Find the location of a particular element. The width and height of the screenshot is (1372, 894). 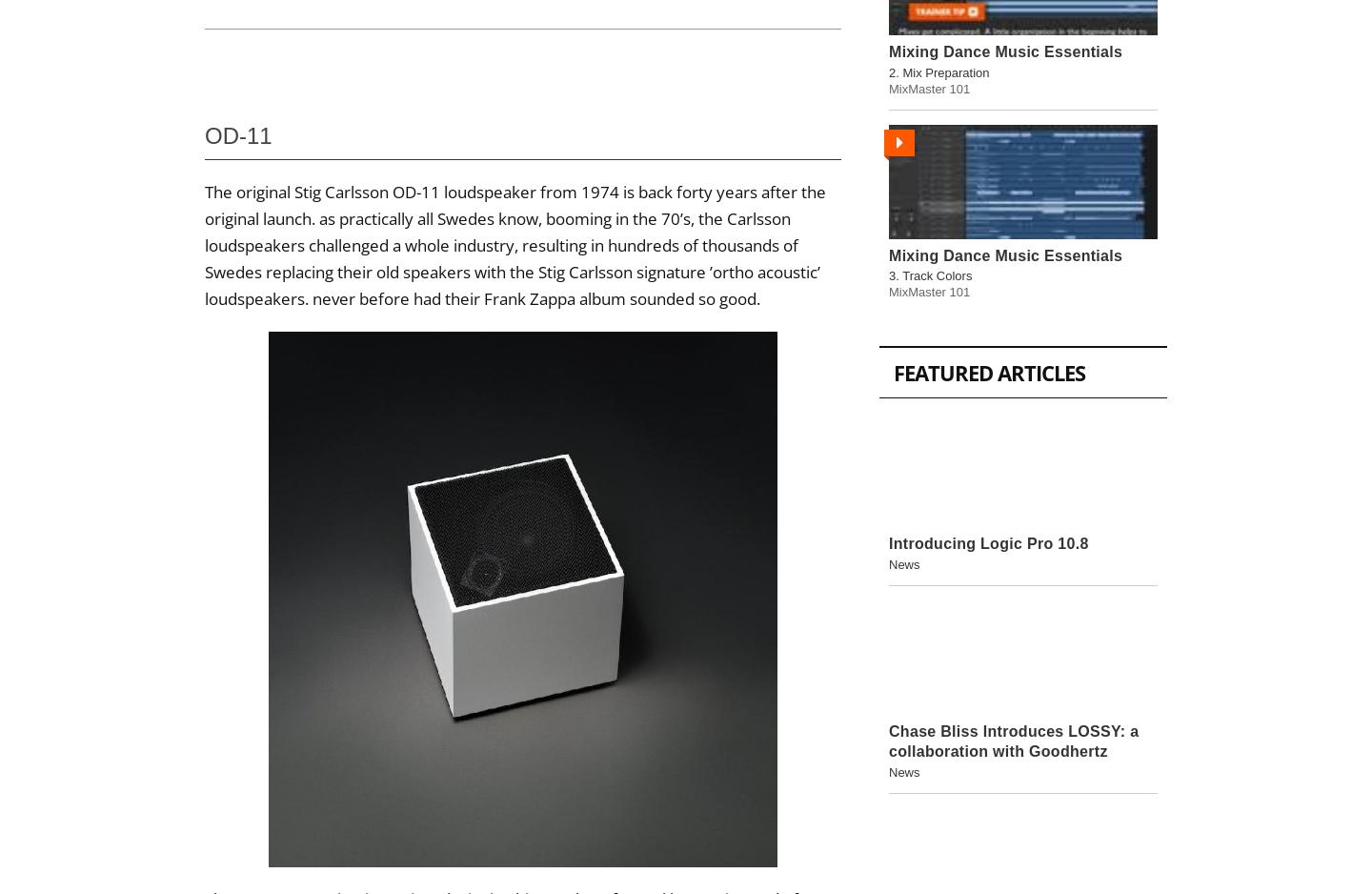

'2. Mix Preparation' is located at coordinates (938, 71).